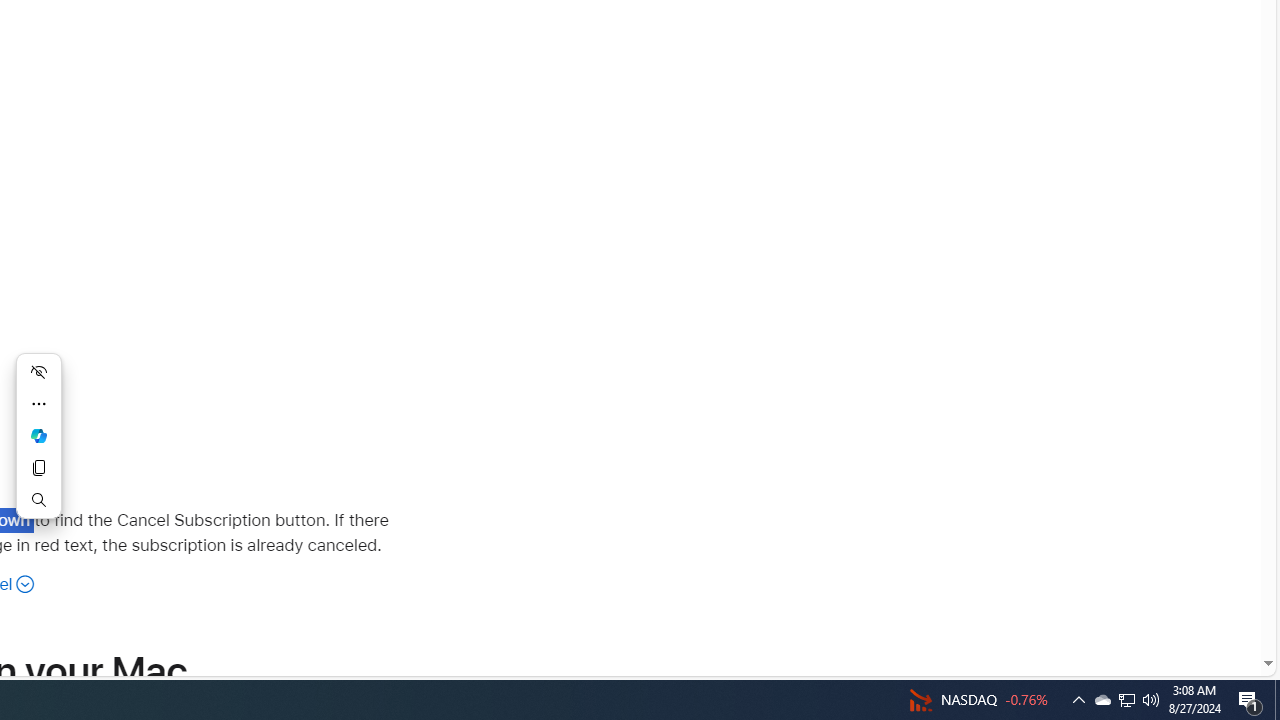 This screenshot has width=1280, height=720. I want to click on 'Copy', so click(39, 468).